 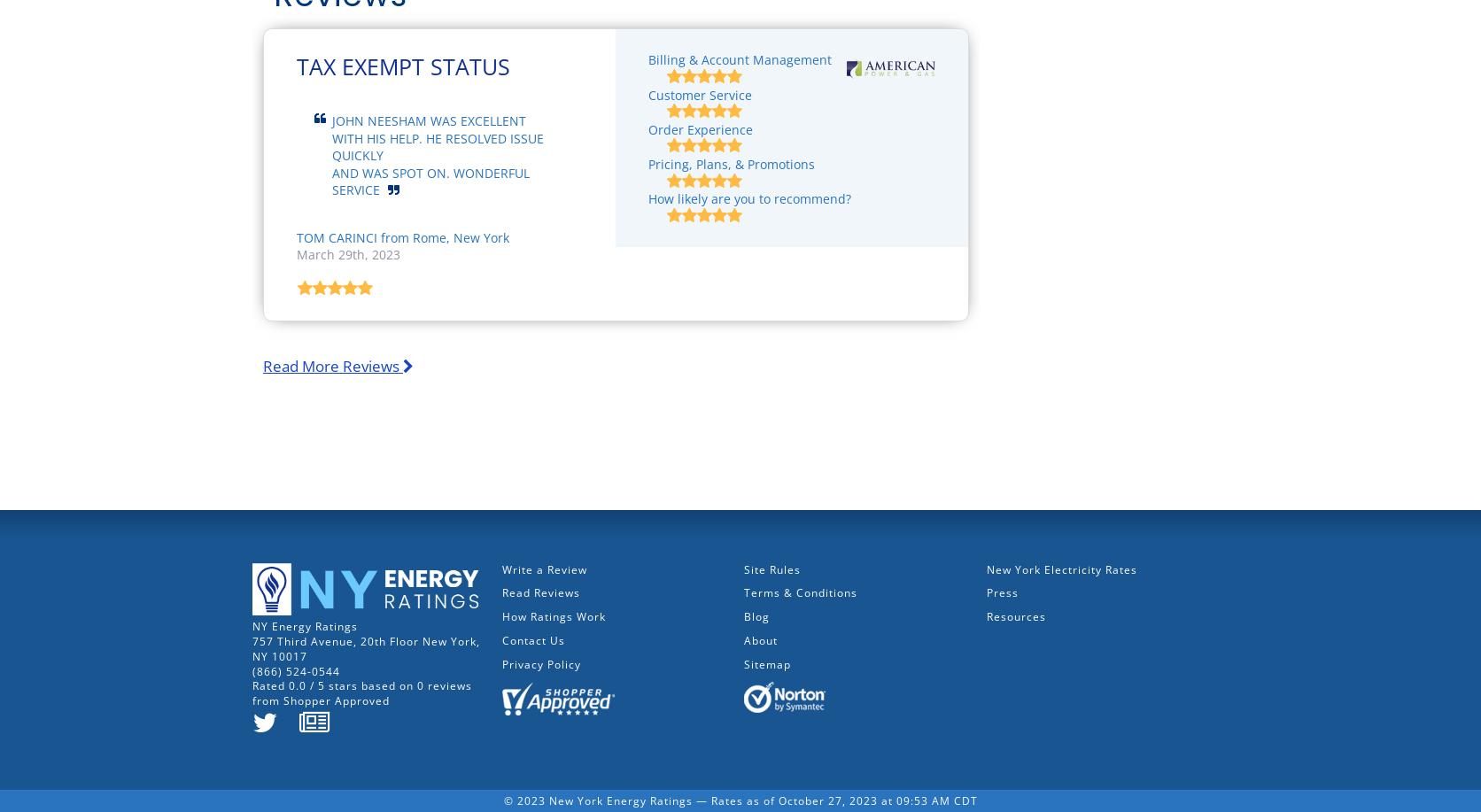 I want to click on 'About', so click(x=744, y=638).